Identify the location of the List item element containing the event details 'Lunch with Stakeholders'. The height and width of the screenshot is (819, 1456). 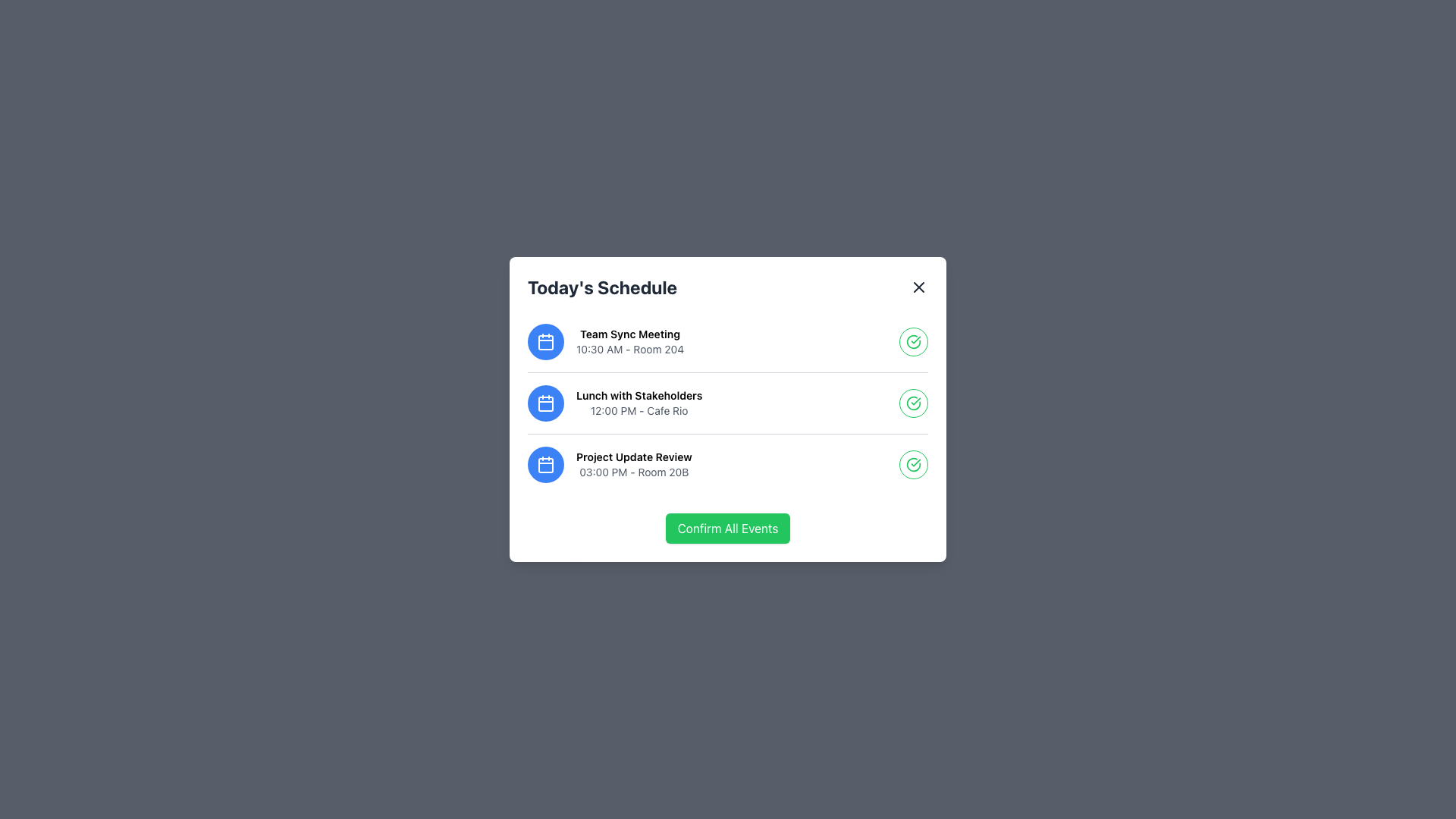
(728, 402).